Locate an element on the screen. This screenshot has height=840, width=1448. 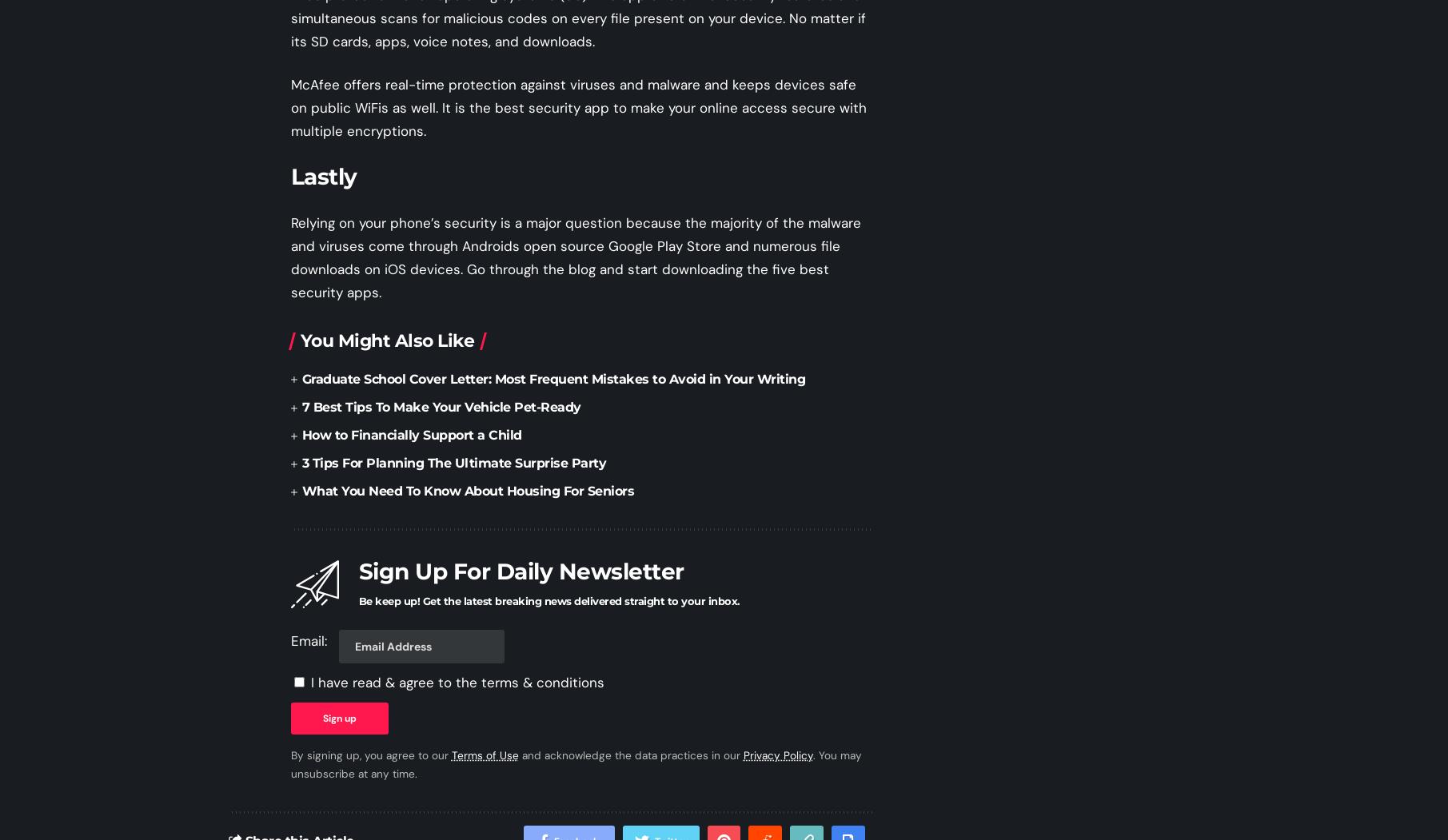
'Sign Up For Daily Newsletter' is located at coordinates (521, 570).